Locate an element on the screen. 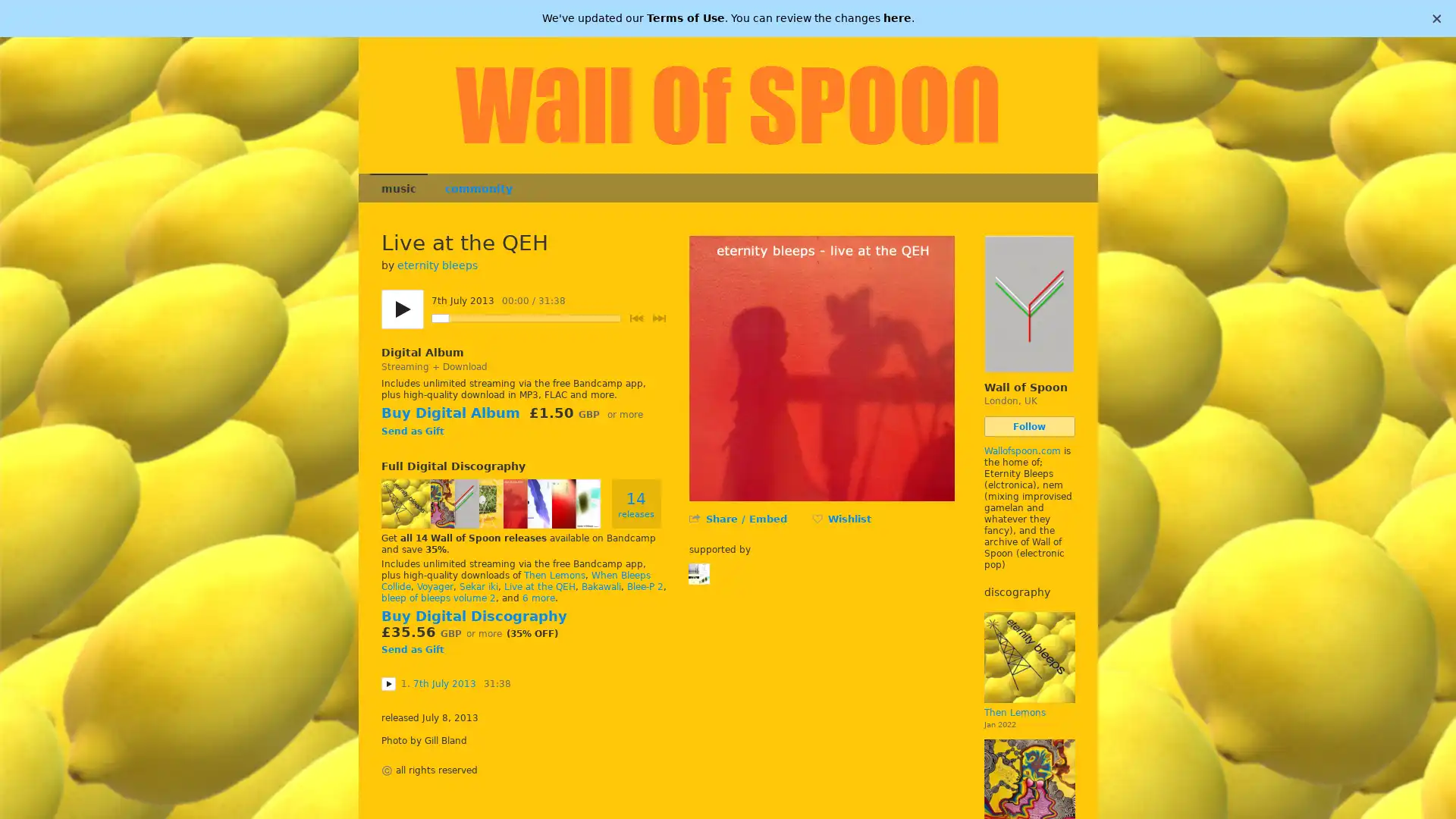  Previous track is located at coordinates (635, 318).